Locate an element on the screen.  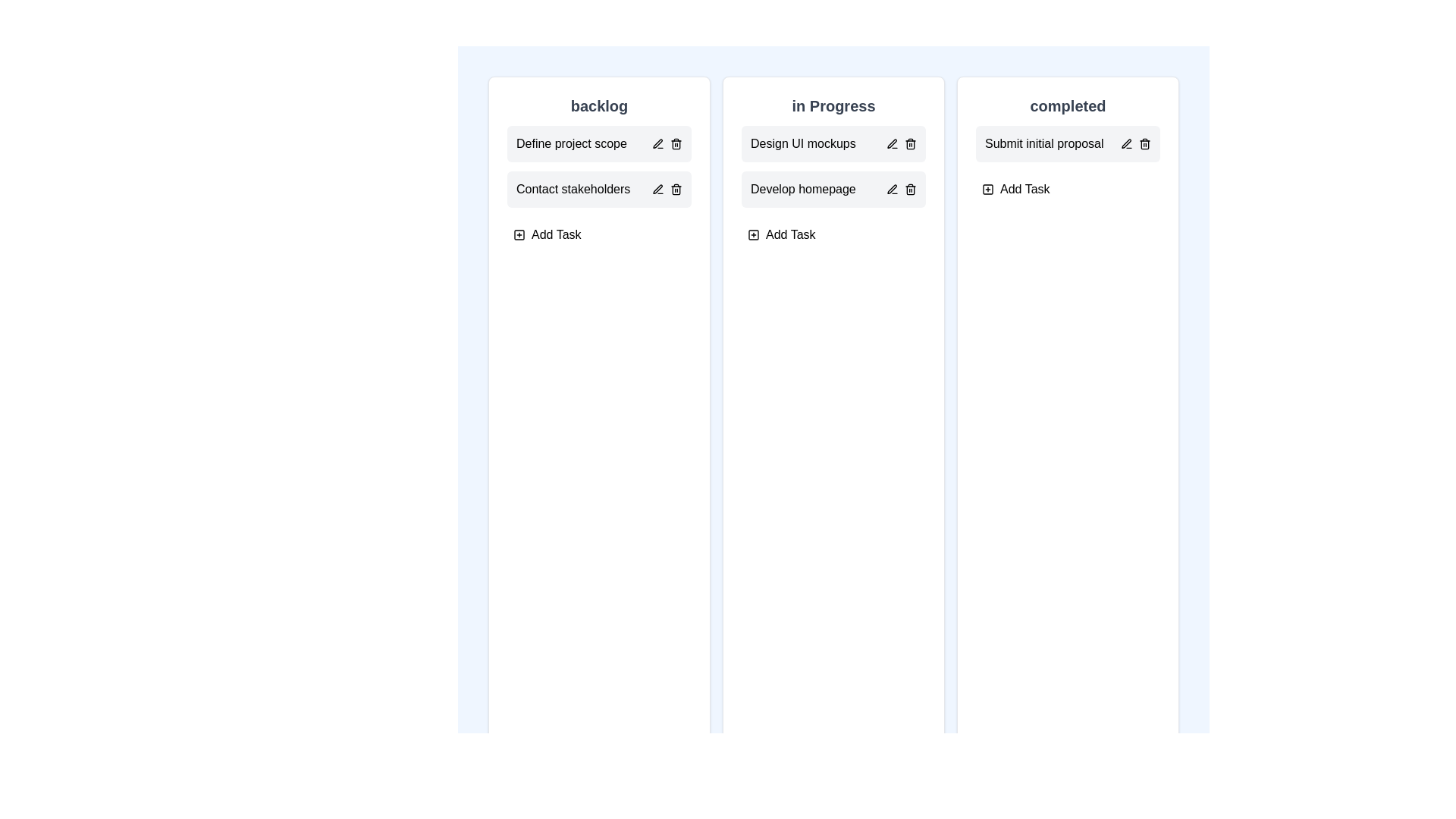
the 'Add Task' button in the backlog column is located at coordinates (546, 234).